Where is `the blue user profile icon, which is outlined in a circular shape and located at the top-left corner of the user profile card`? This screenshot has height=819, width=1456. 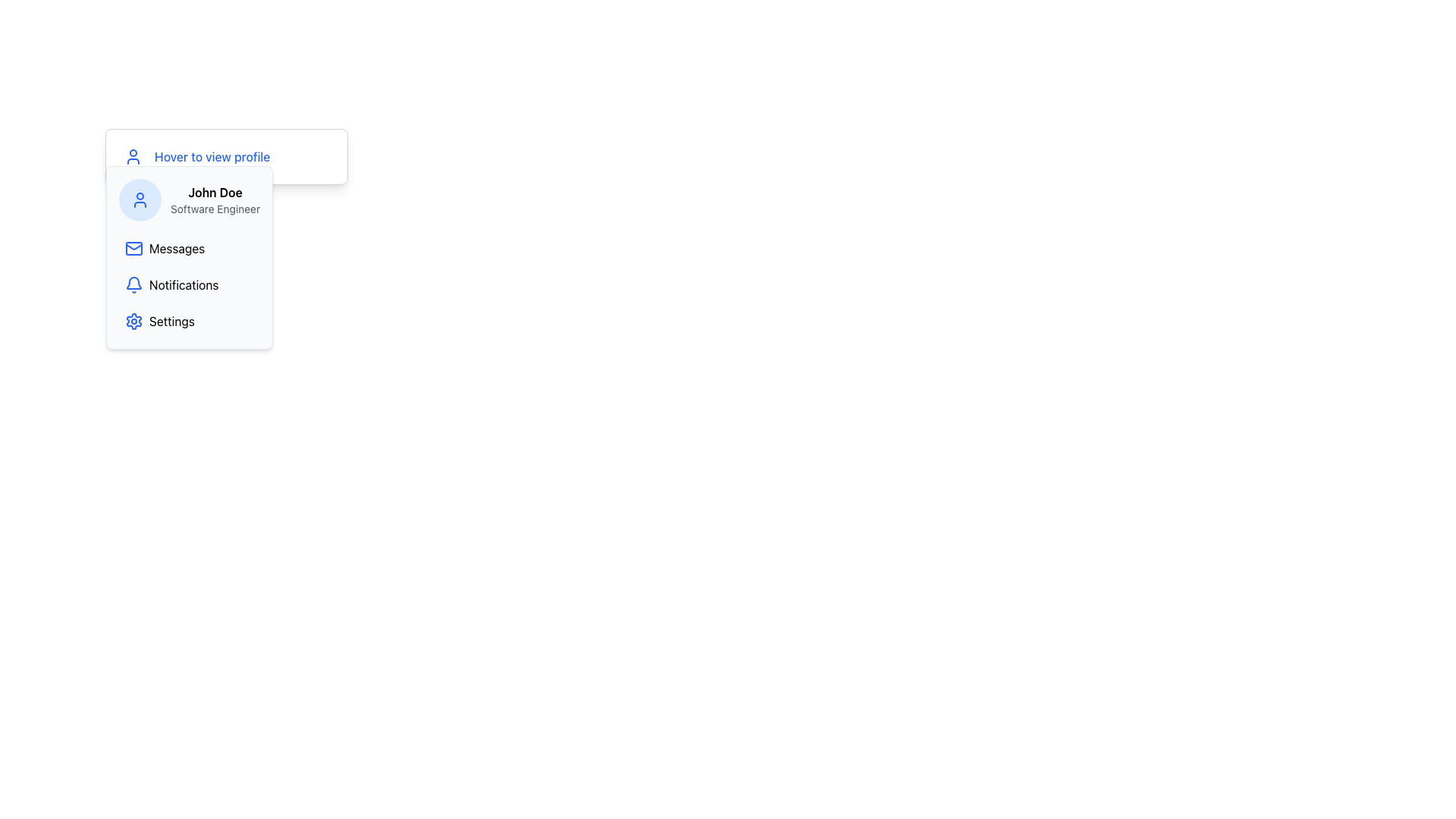
the blue user profile icon, which is outlined in a circular shape and located at the top-left corner of the user profile card is located at coordinates (140, 199).